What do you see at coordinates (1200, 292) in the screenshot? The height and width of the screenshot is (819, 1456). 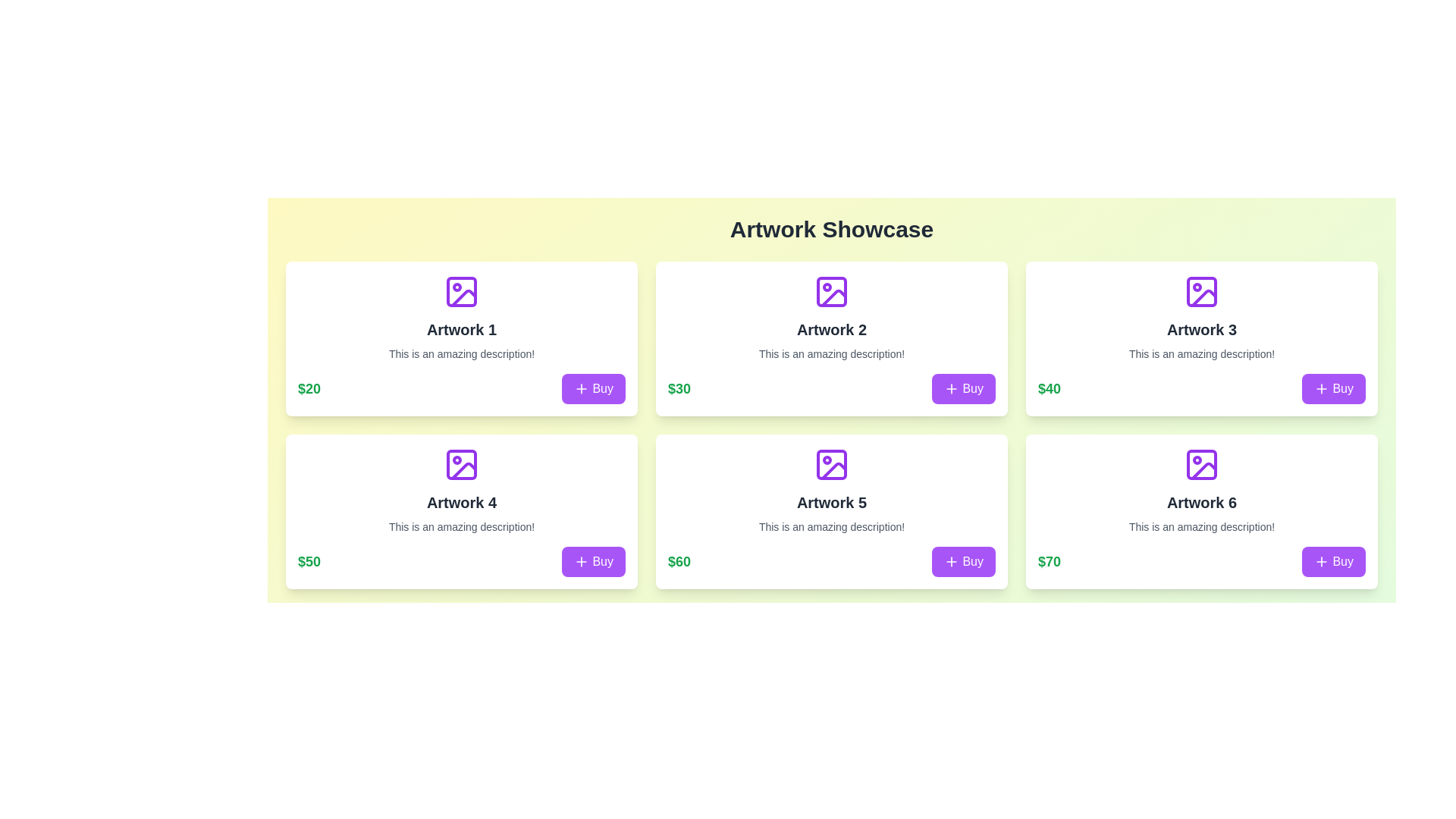 I see `the decorative or abstract representation in the image icon of 'Artwork 3' located in the top-right cell of the grid layout` at bounding box center [1200, 292].